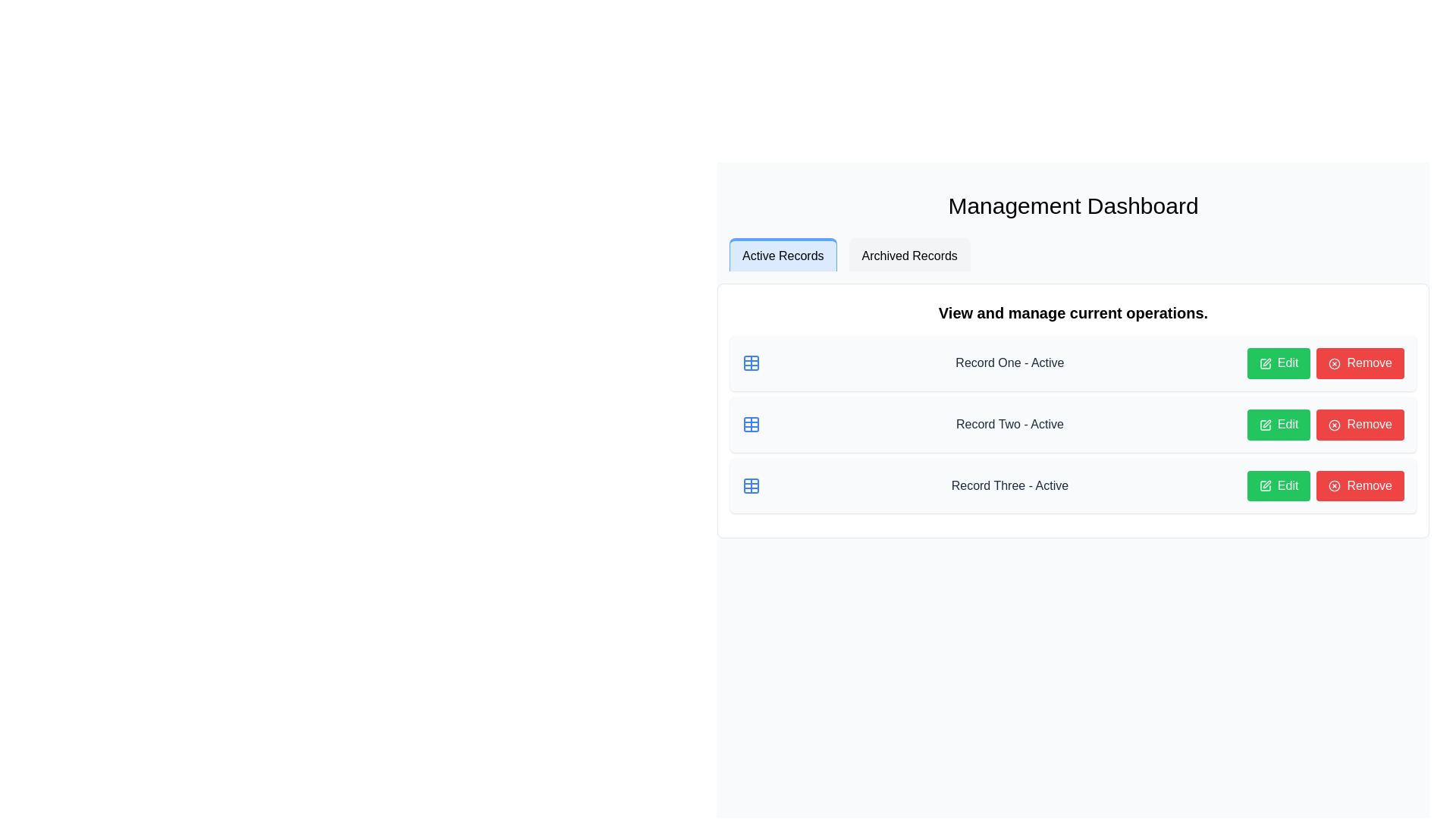 The width and height of the screenshot is (1456, 819). I want to click on the green pen icon located to the left of the 'Edit' label text within the 'Edit' button to initiate the edit action, so click(1265, 363).